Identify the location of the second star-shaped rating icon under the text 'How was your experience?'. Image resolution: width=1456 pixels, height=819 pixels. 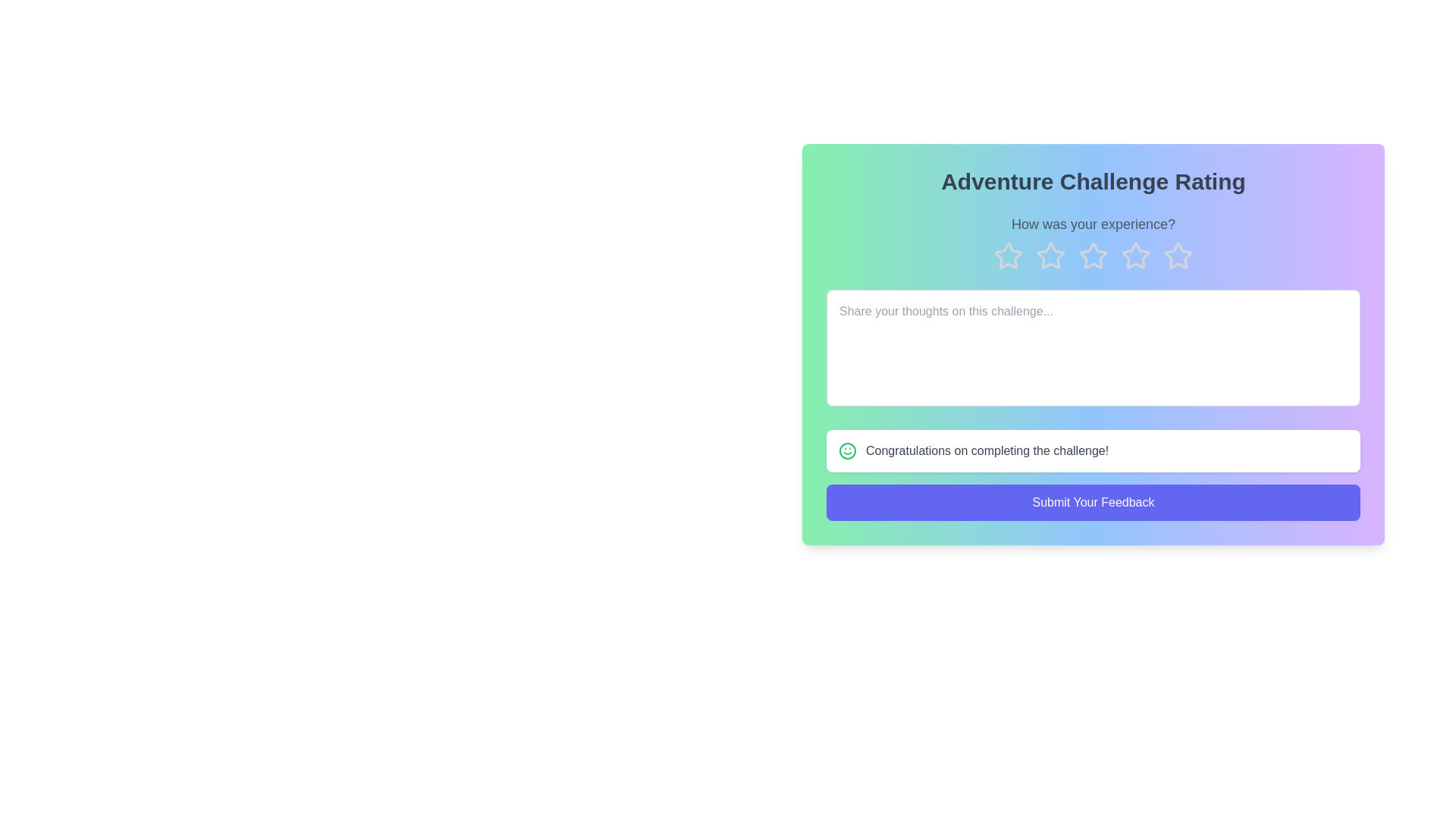
(1050, 256).